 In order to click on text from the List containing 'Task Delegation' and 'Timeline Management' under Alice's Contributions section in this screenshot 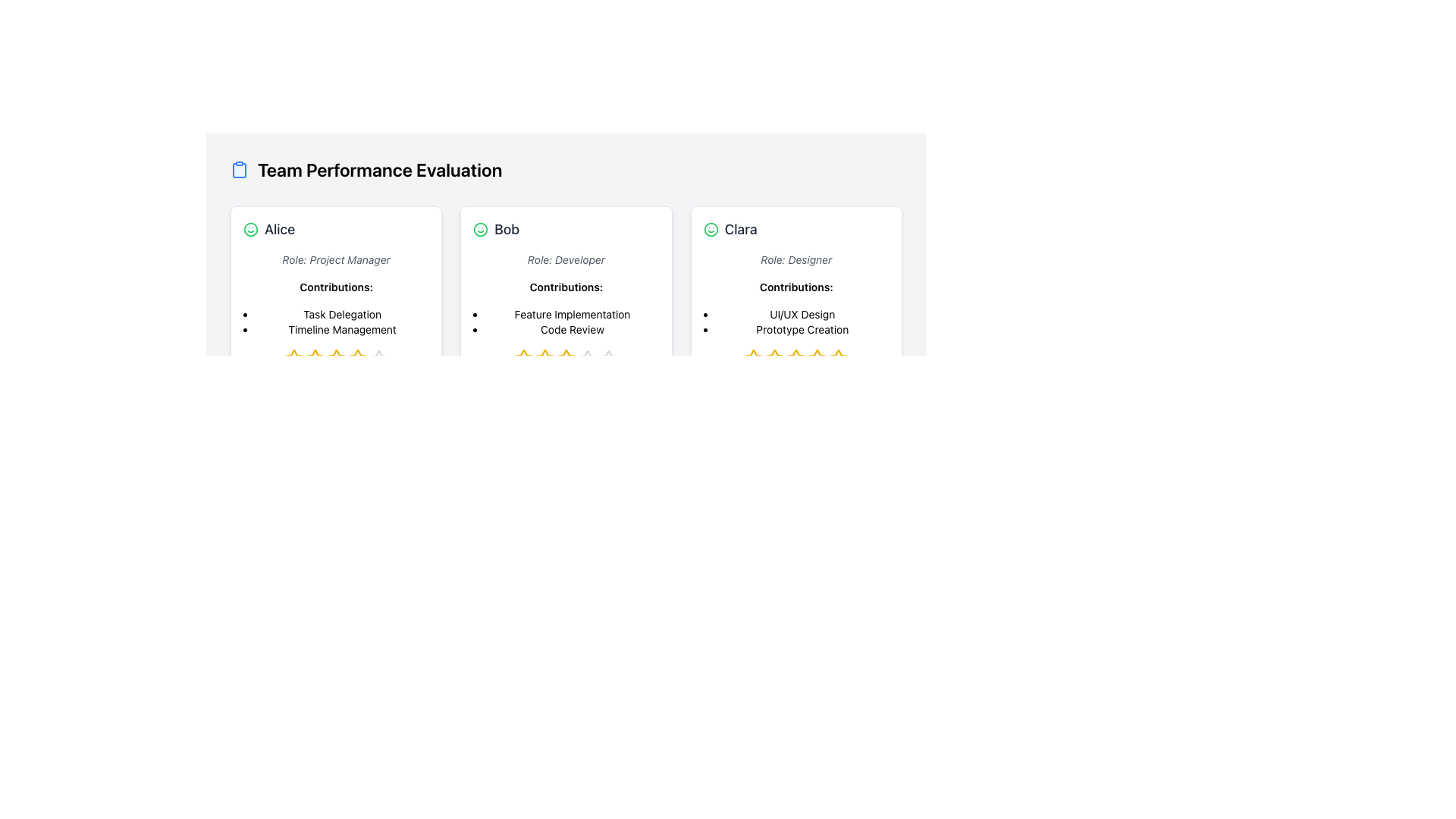, I will do `click(341, 321)`.